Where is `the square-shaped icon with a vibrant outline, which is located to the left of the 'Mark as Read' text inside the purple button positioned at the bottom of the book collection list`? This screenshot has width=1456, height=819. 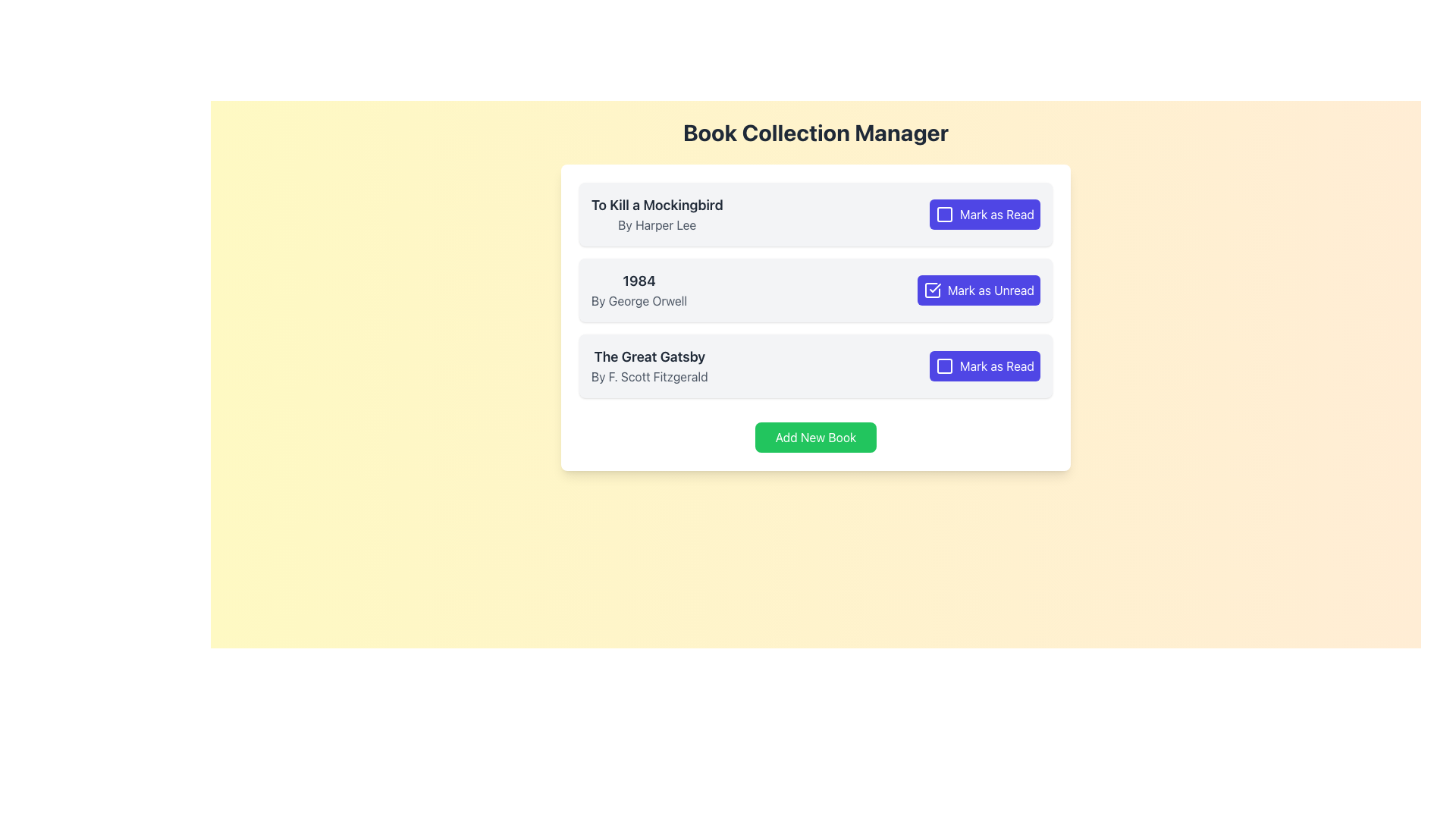 the square-shaped icon with a vibrant outline, which is located to the left of the 'Mark as Read' text inside the purple button positioned at the bottom of the book collection list is located at coordinates (943, 366).